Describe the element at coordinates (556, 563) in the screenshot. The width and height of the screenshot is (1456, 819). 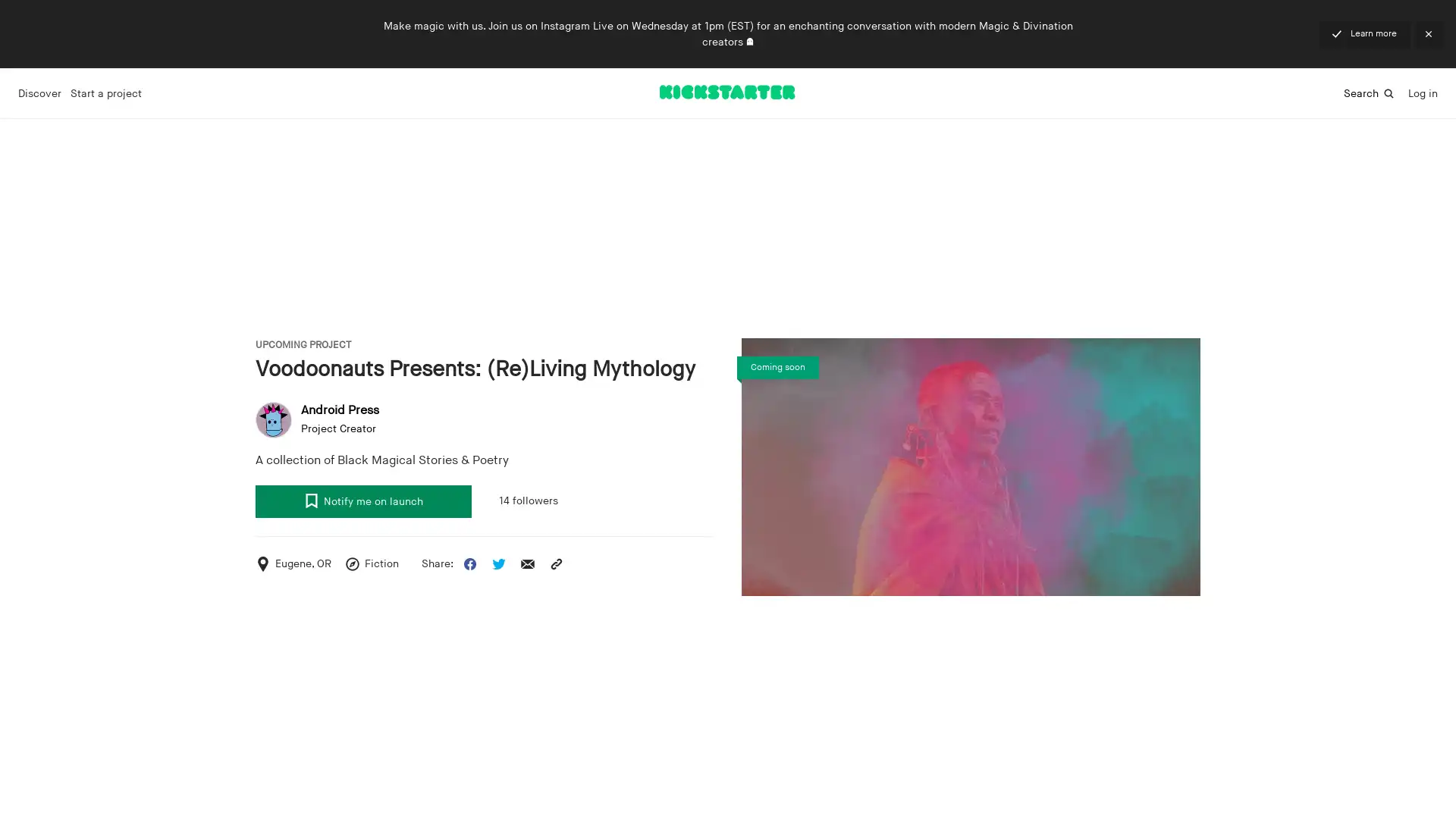
I see `Copy the project URL to your clipboard` at that location.